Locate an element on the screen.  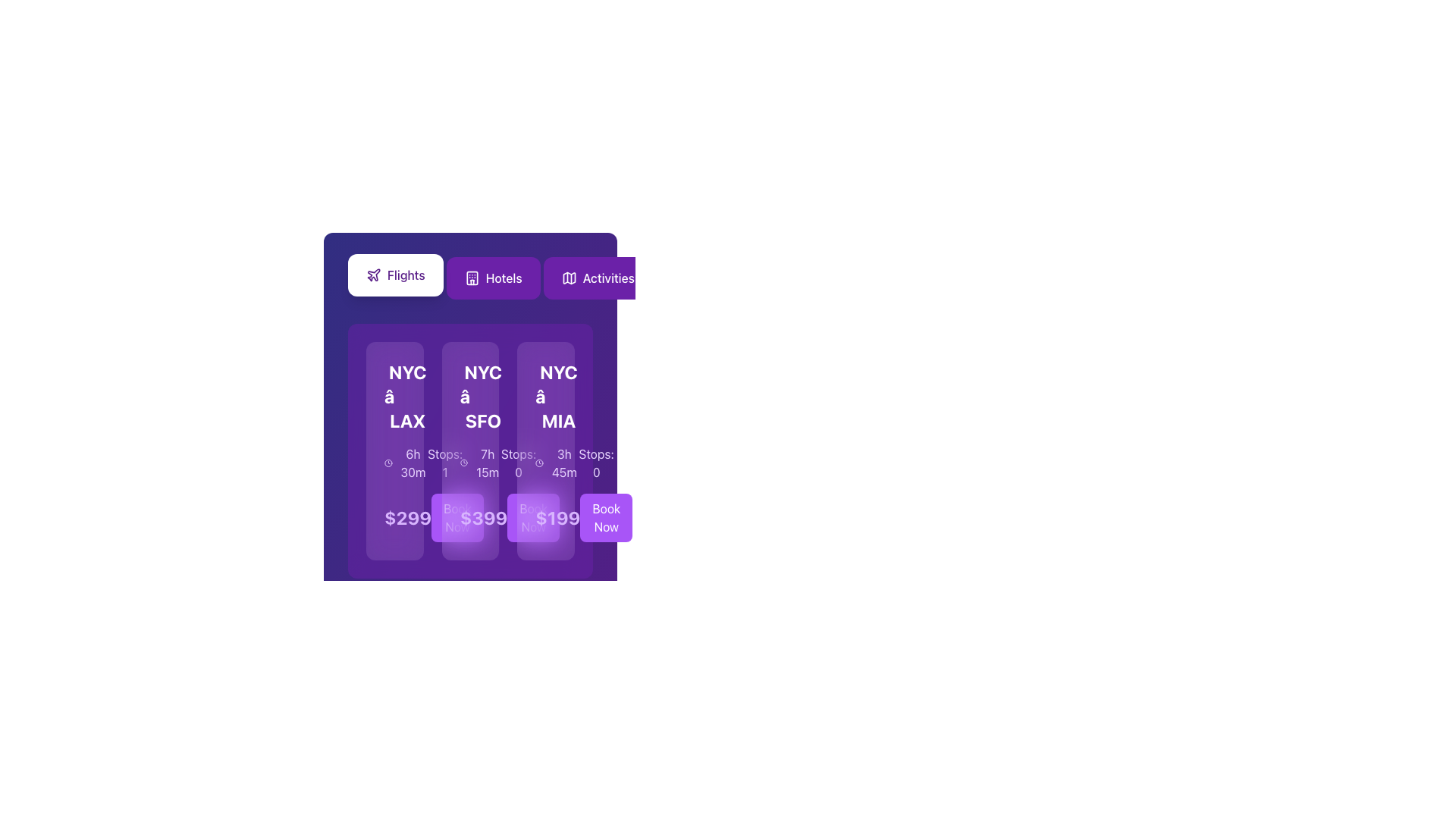
the 'Activities' button, which is the third button in a horizontal group of three buttons labeled 'Flights', 'Hotels', and 'Activities' is located at coordinates (597, 278).